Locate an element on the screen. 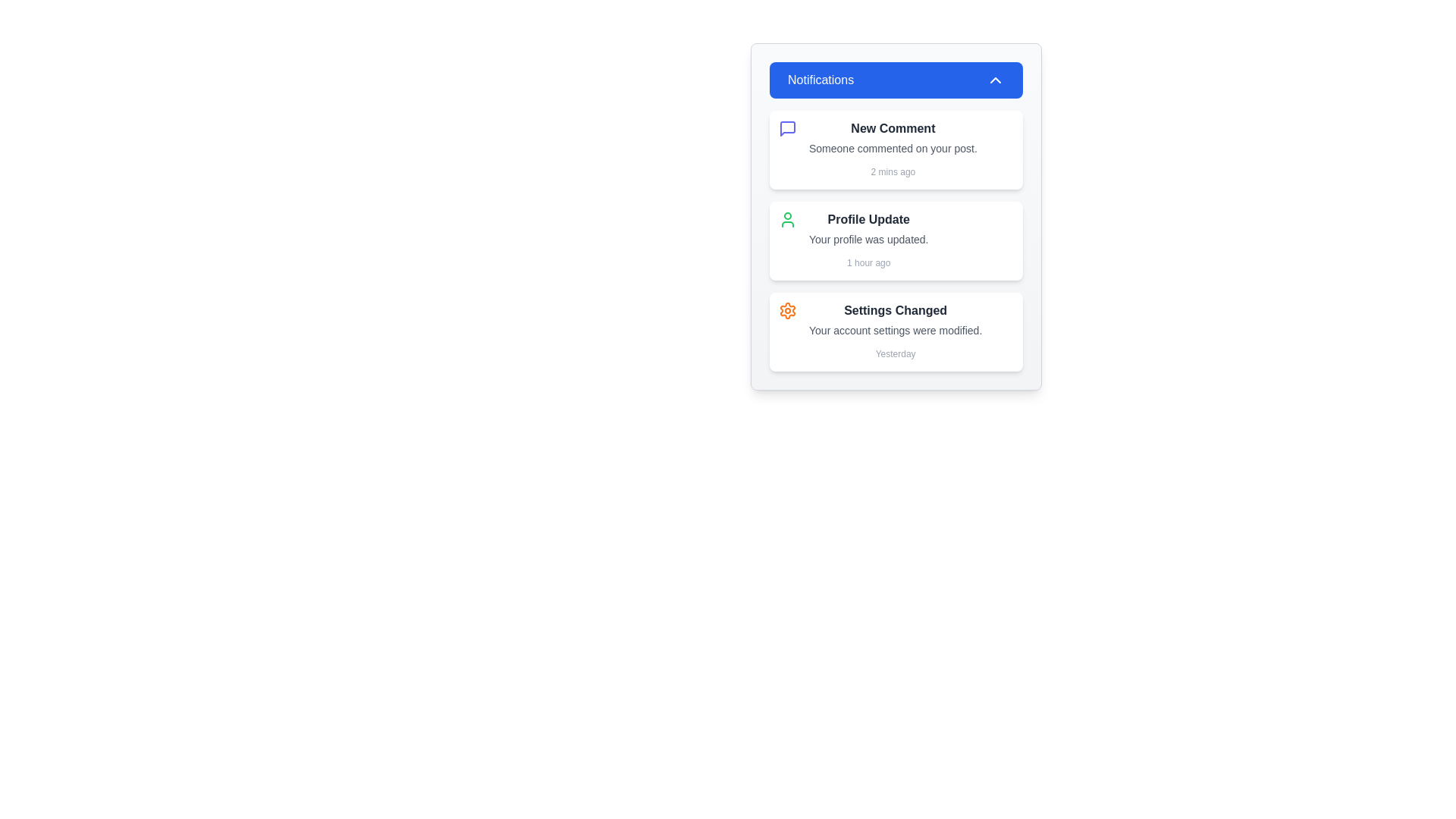  the 'New Comment' text label, which is displayed in bold dark gray at the top of the notification card under the 'Notifications' heading is located at coordinates (893, 127).